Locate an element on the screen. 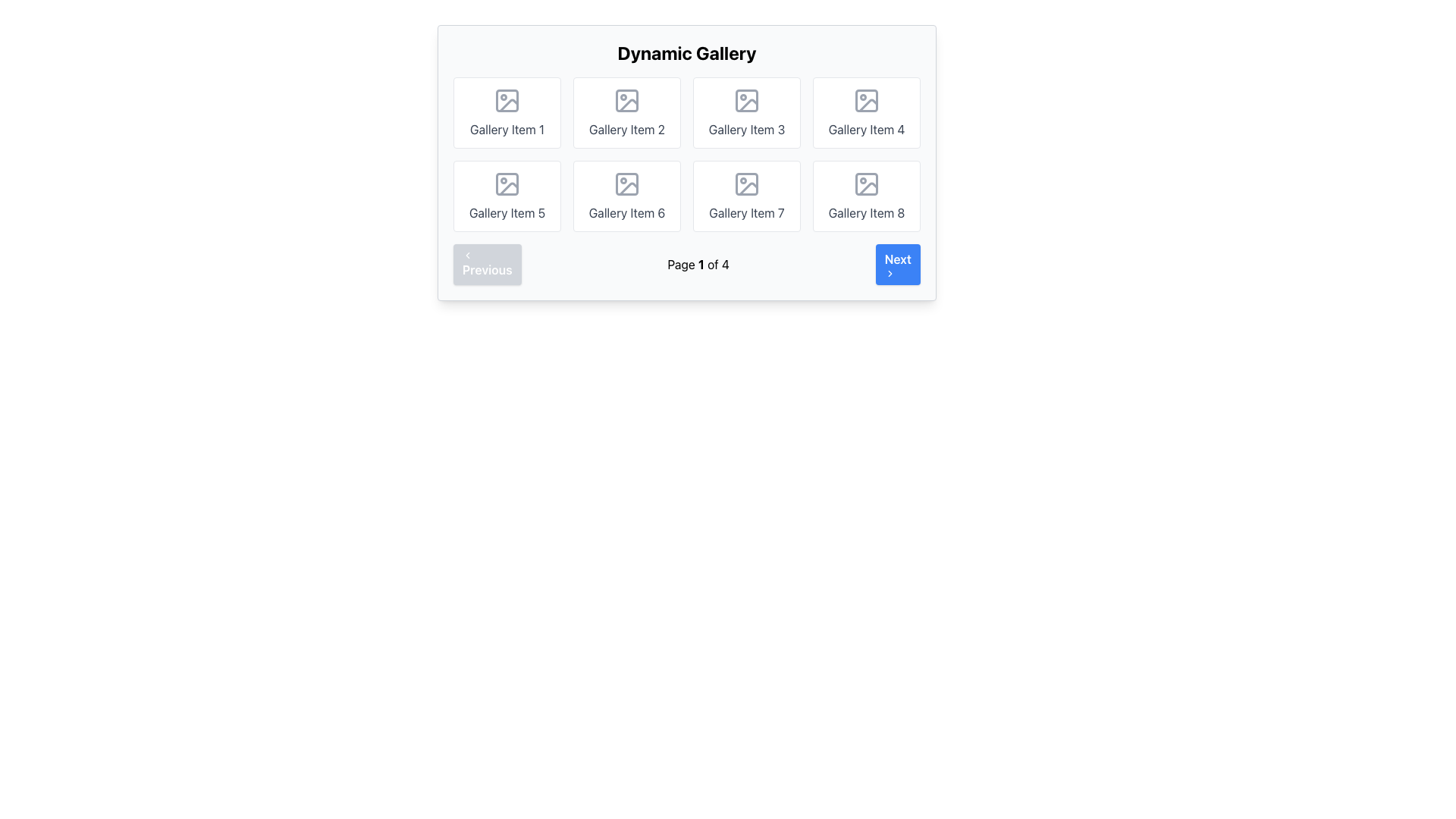 This screenshot has width=1456, height=819. the 'Previous' button with a light blue background and leftward arrow icon is located at coordinates (487, 263).